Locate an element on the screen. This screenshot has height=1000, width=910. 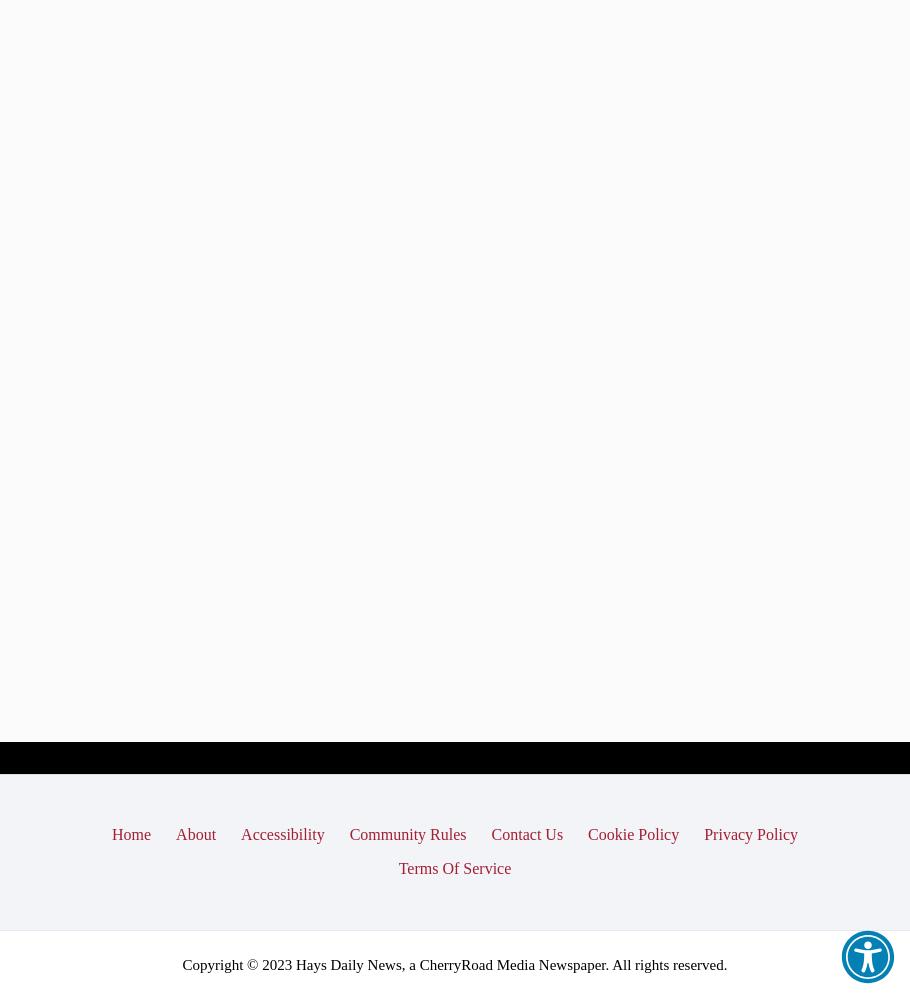
'Home' is located at coordinates (112, 833).